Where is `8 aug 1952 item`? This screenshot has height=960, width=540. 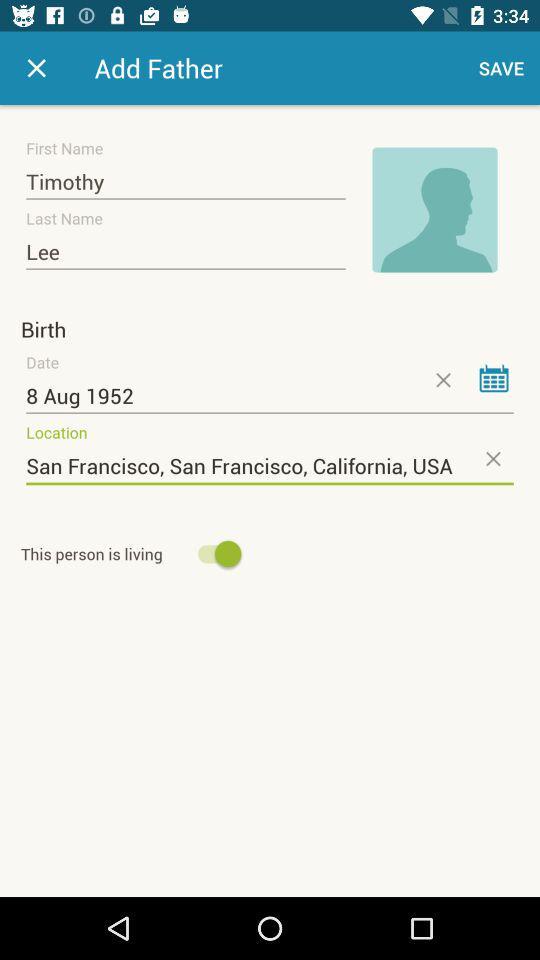
8 aug 1952 item is located at coordinates (270, 395).